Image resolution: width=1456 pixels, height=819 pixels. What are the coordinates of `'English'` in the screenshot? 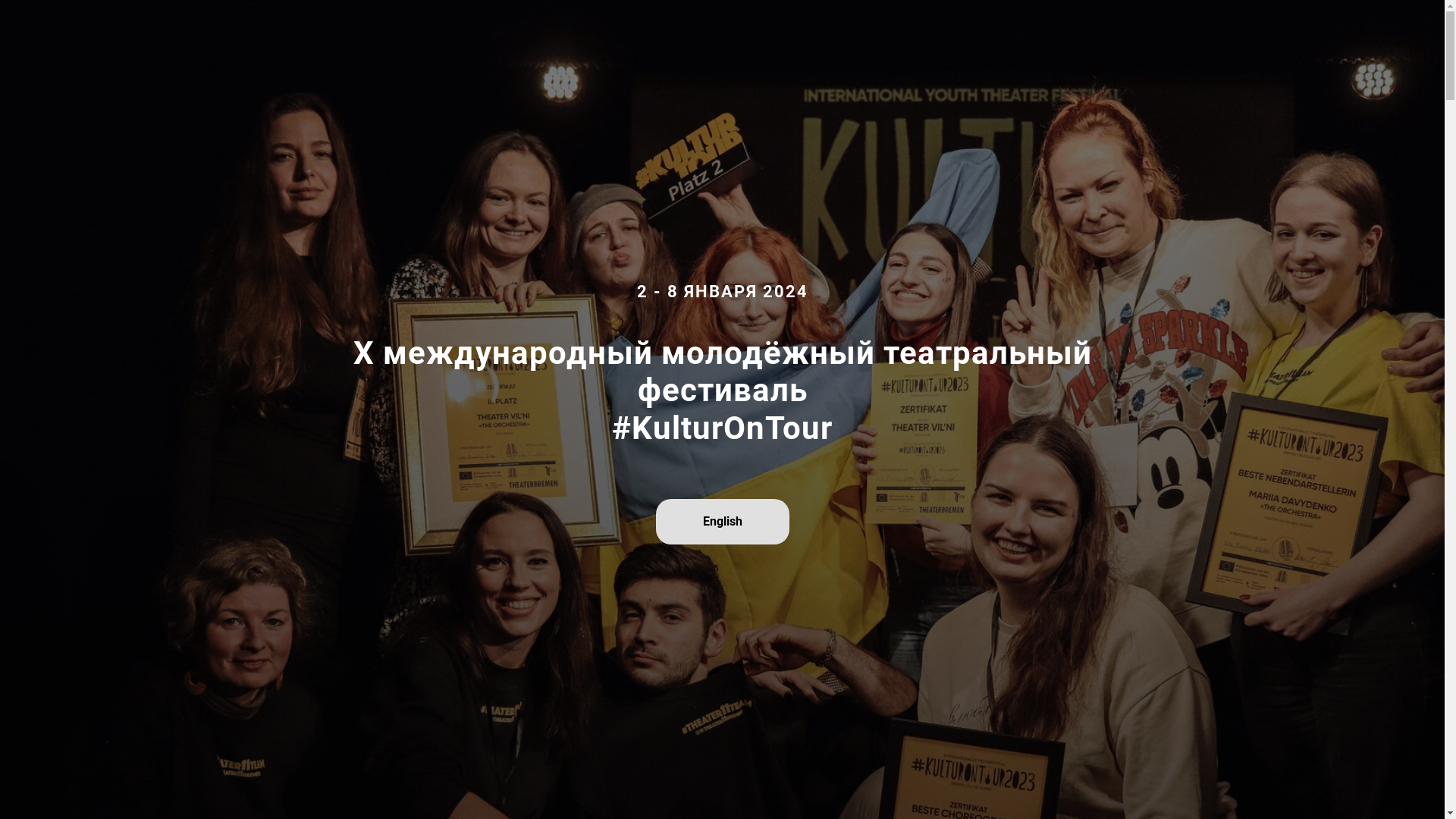 It's located at (720, 520).